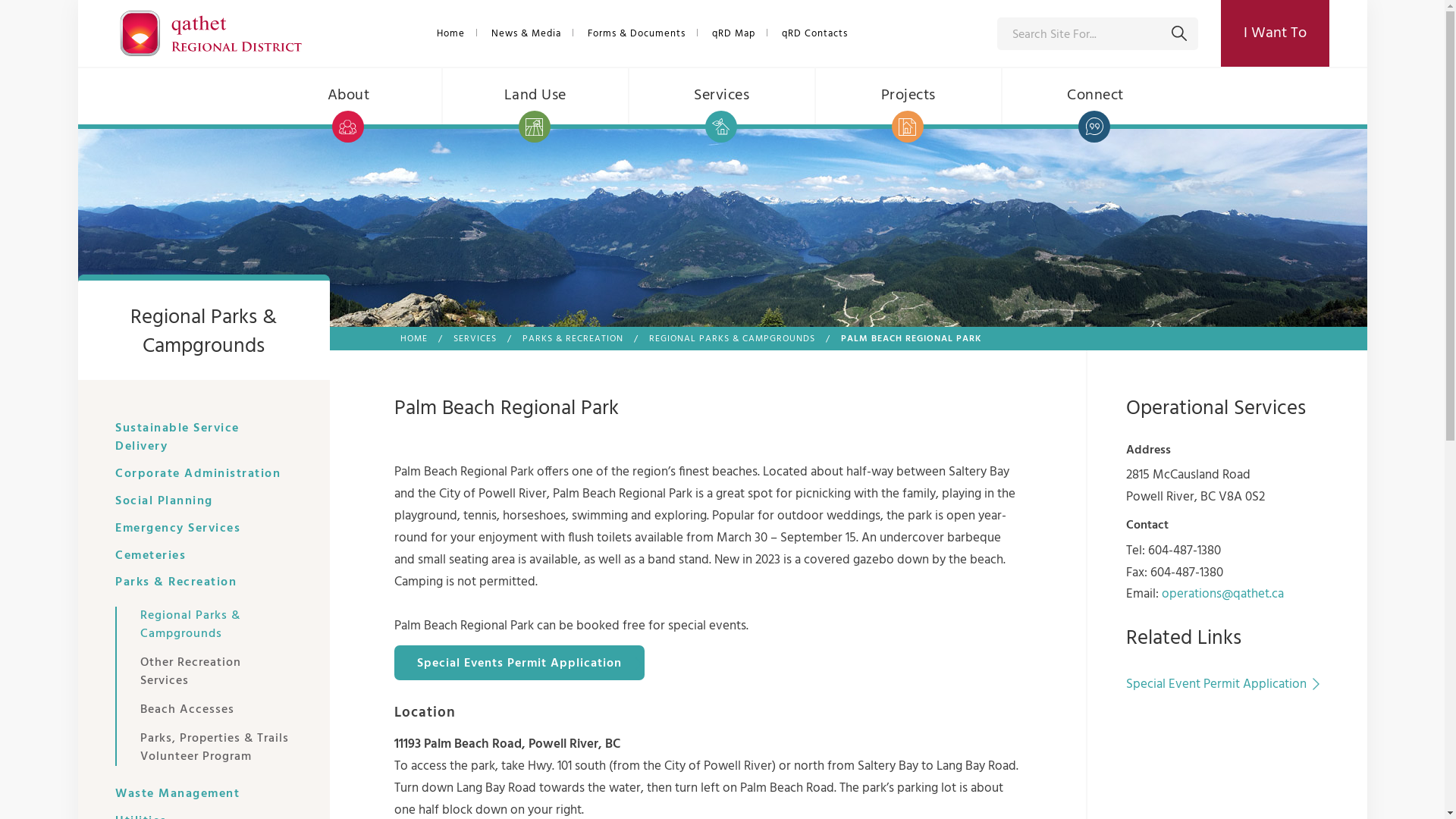 This screenshot has width=1456, height=819. I want to click on 'I Want To', so click(1274, 33).